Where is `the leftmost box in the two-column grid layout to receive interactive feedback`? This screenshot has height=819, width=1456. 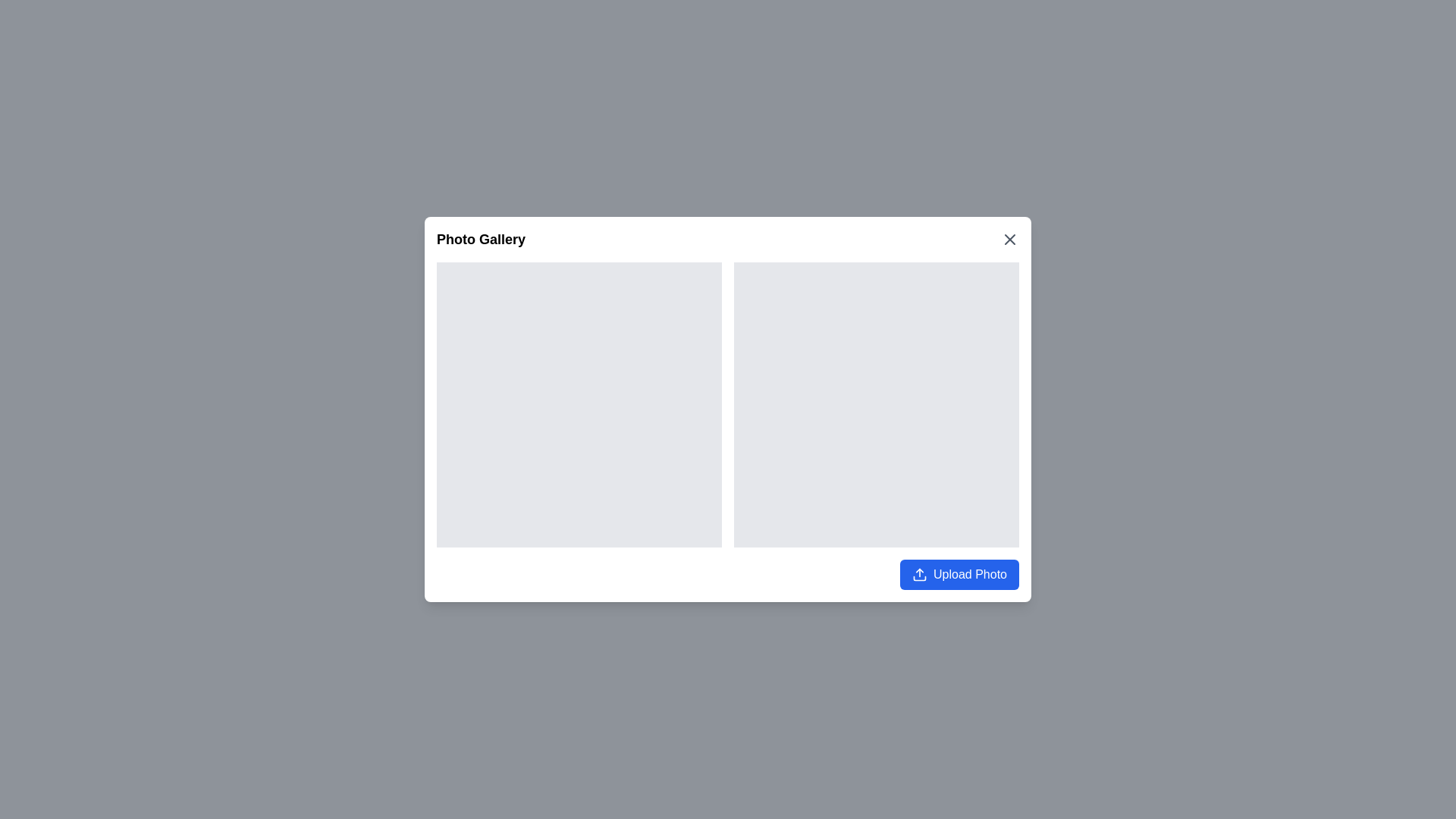 the leftmost box in the two-column grid layout to receive interactive feedback is located at coordinates (578, 403).